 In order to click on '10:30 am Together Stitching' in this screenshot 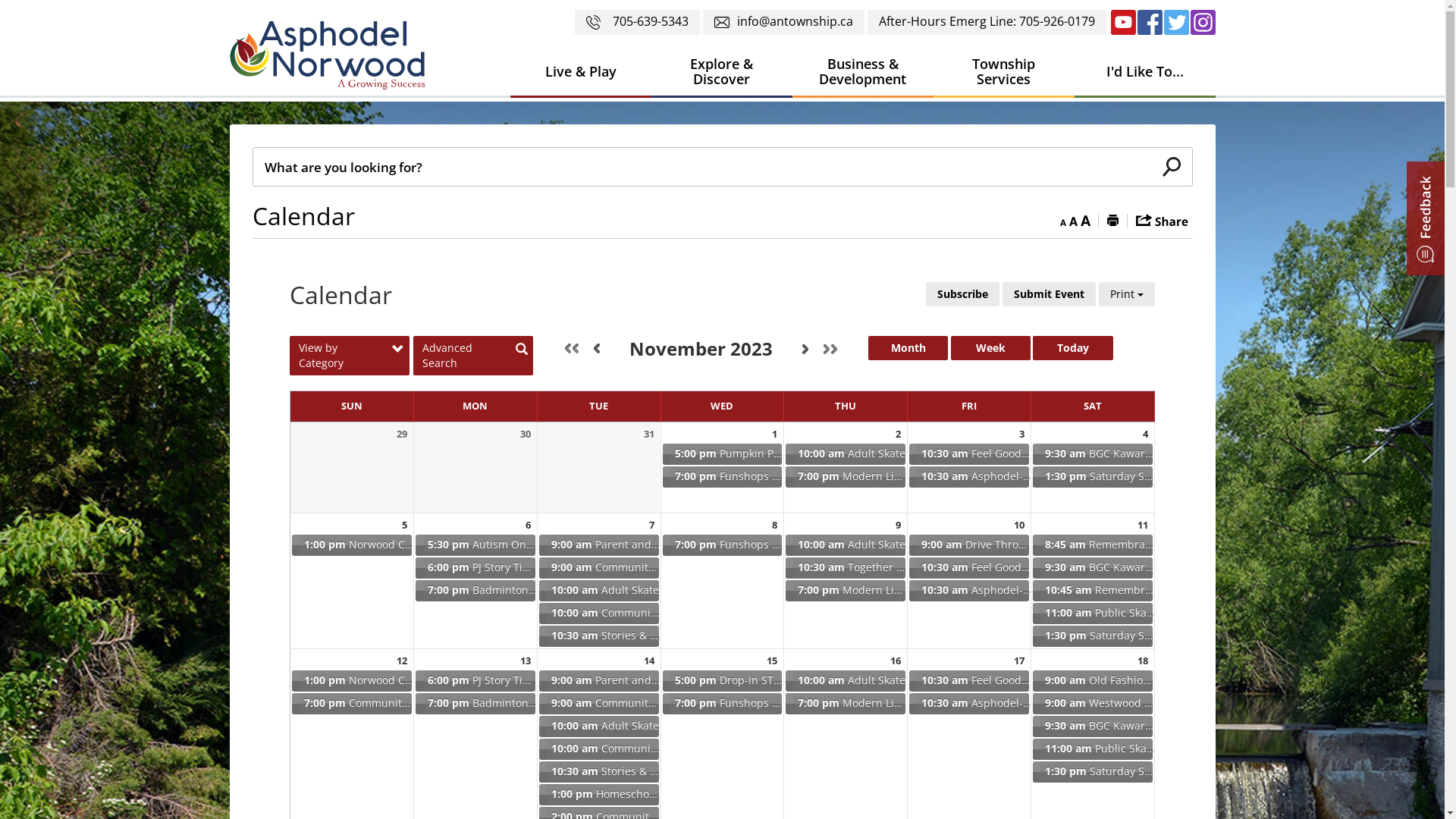, I will do `click(844, 567)`.